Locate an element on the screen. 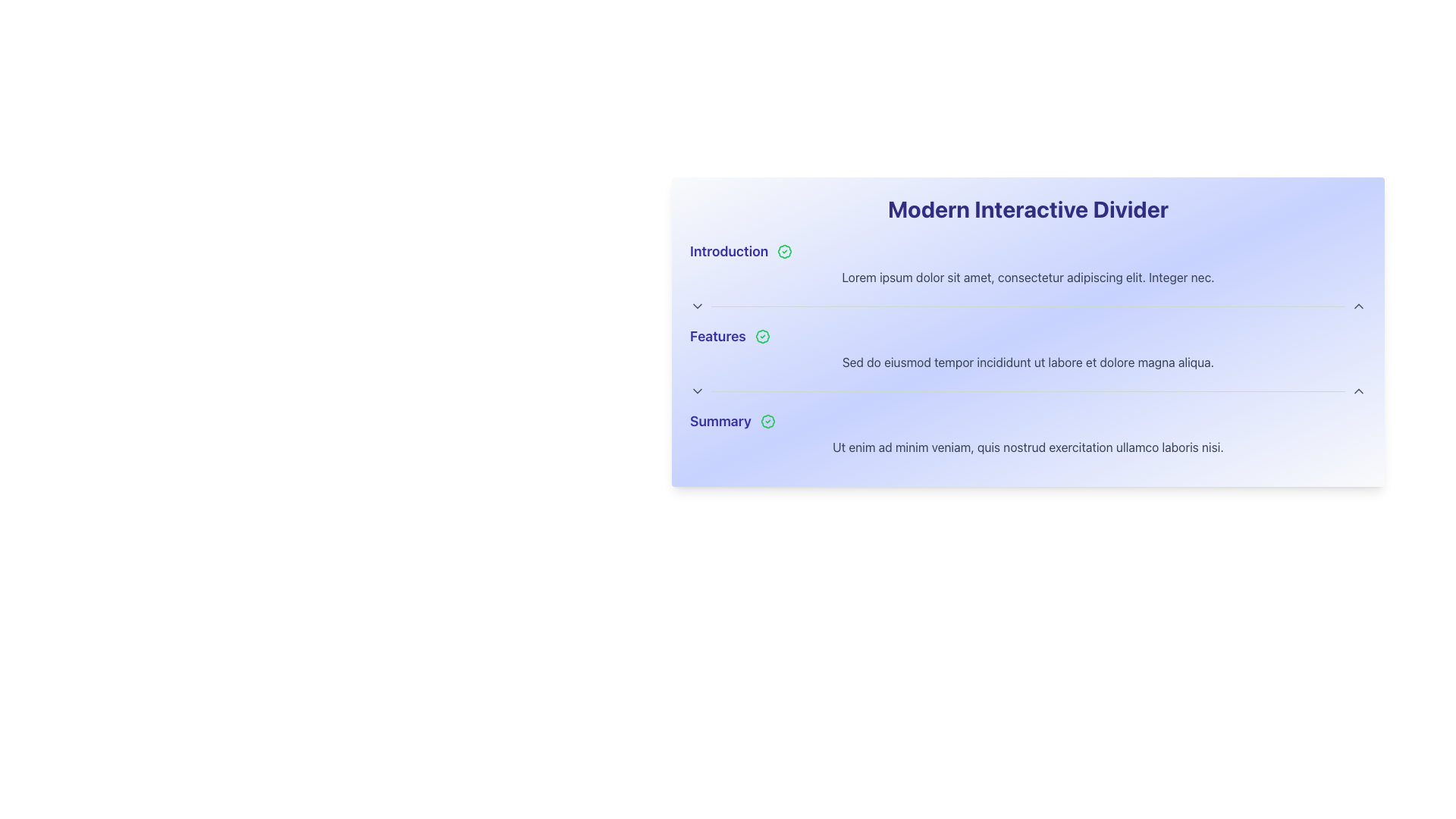 This screenshot has width=1456, height=819. the text label displaying 'Introduction', styled in large bold indigo font, to trigger associated styles or tooltips is located at coordinates (729, 250).